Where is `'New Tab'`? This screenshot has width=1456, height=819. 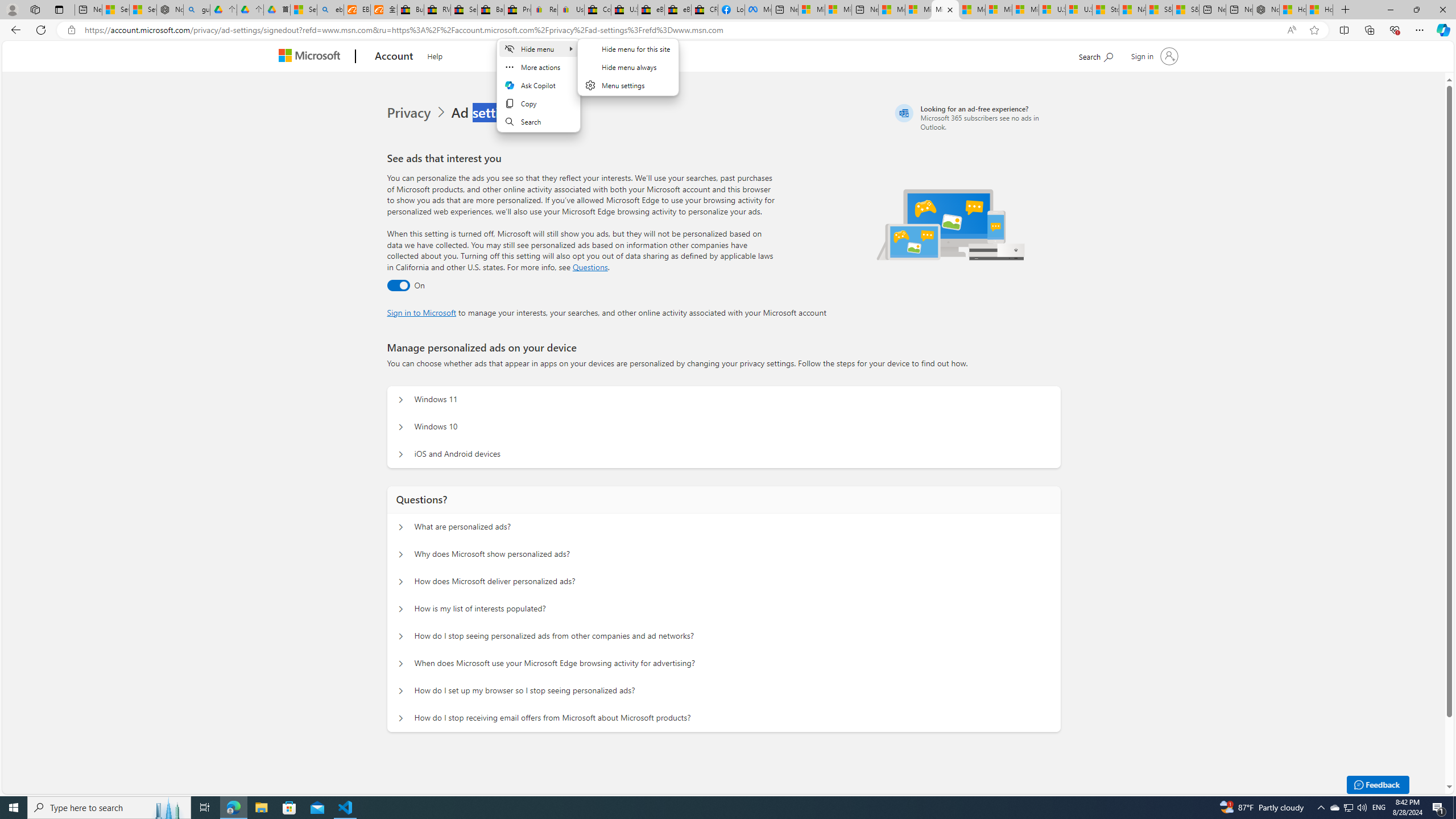
'New Tab' is located at coordinates (1345, 9).